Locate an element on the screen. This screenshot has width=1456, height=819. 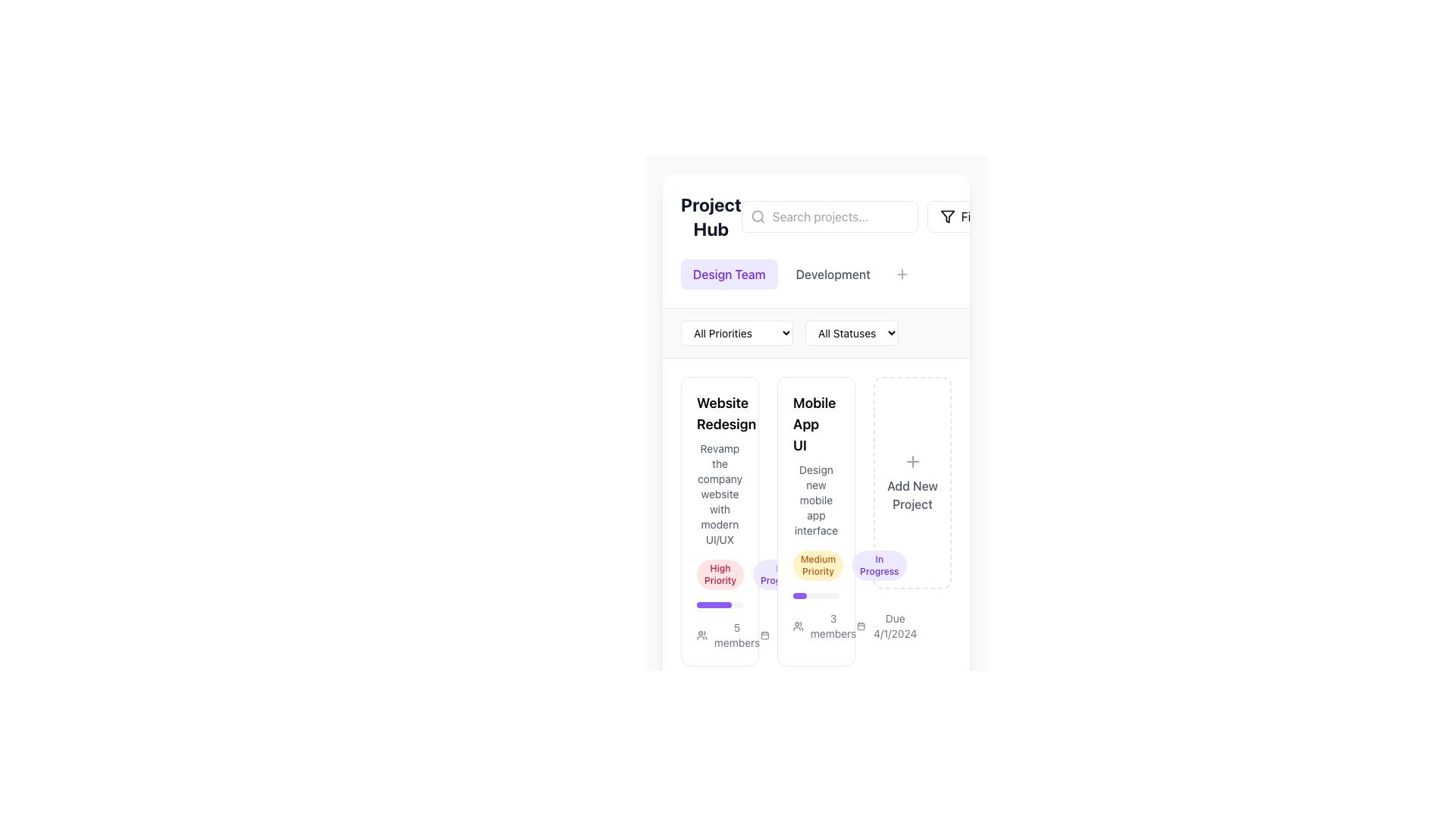
the interactive button located to the right of the 'Development' button, which is the last element in the horizontal grouping of buttons at the top center of the interface is located at coordinates (902, 275).